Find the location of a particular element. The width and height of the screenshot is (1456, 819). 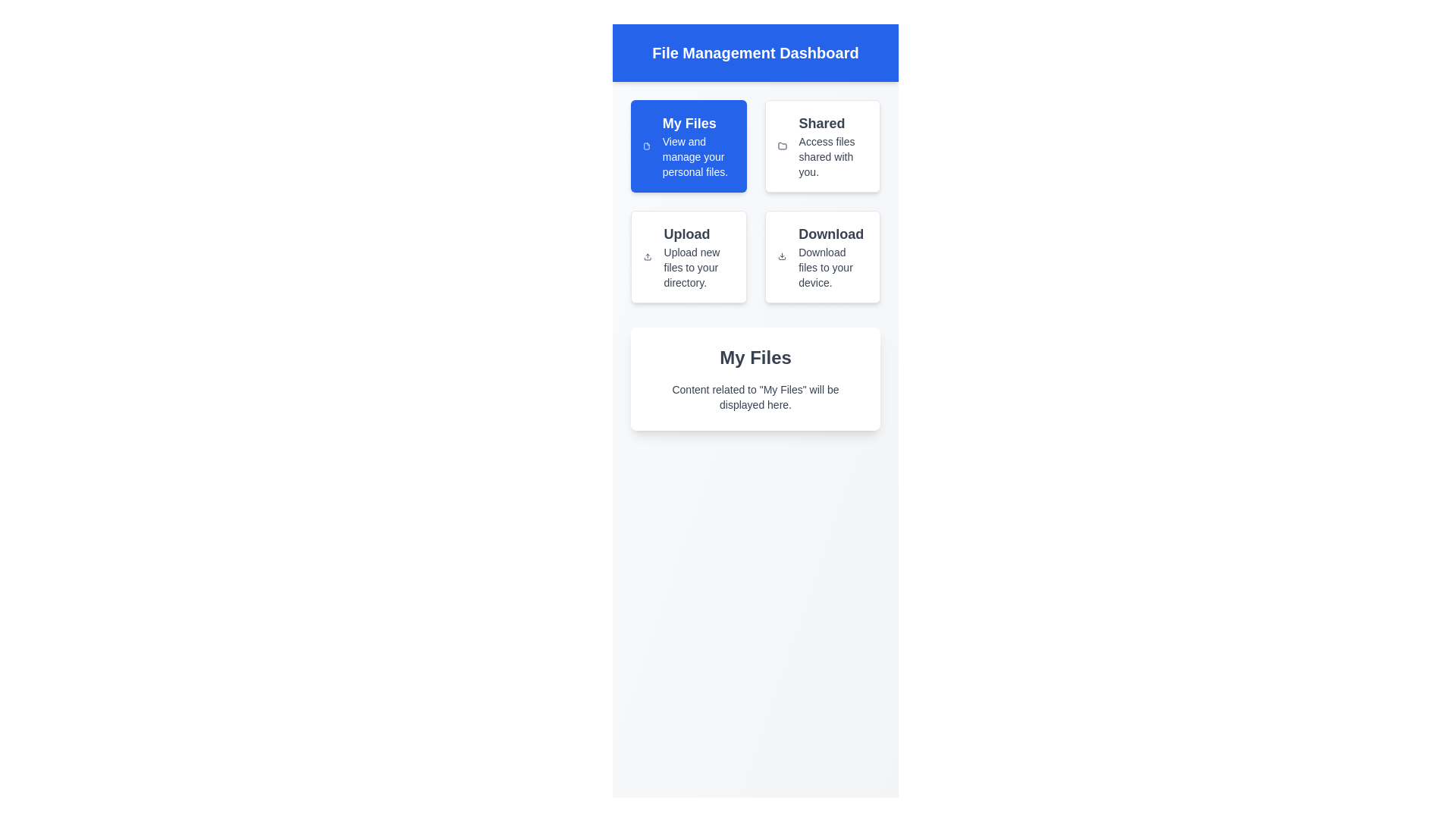

the 'Download' tile icon located at the bottom-right of the main grid, which is above the text 'Download files to your device.' is located at coordinates (782, 256).